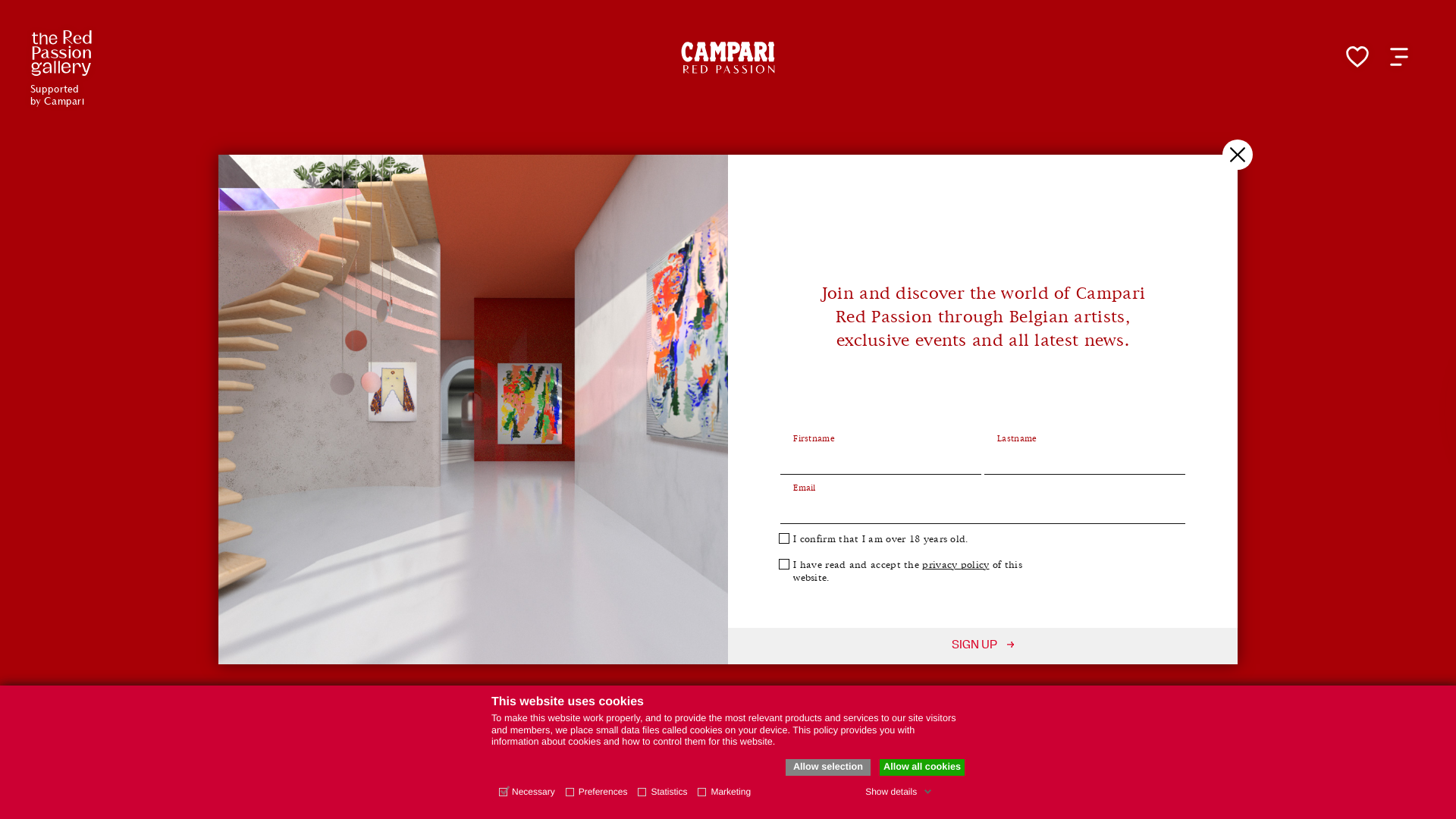  What do you see at coordinates (880, 767) in the screenshot?
I see `'Allow all cookies'` at bounding box center [880, 767].